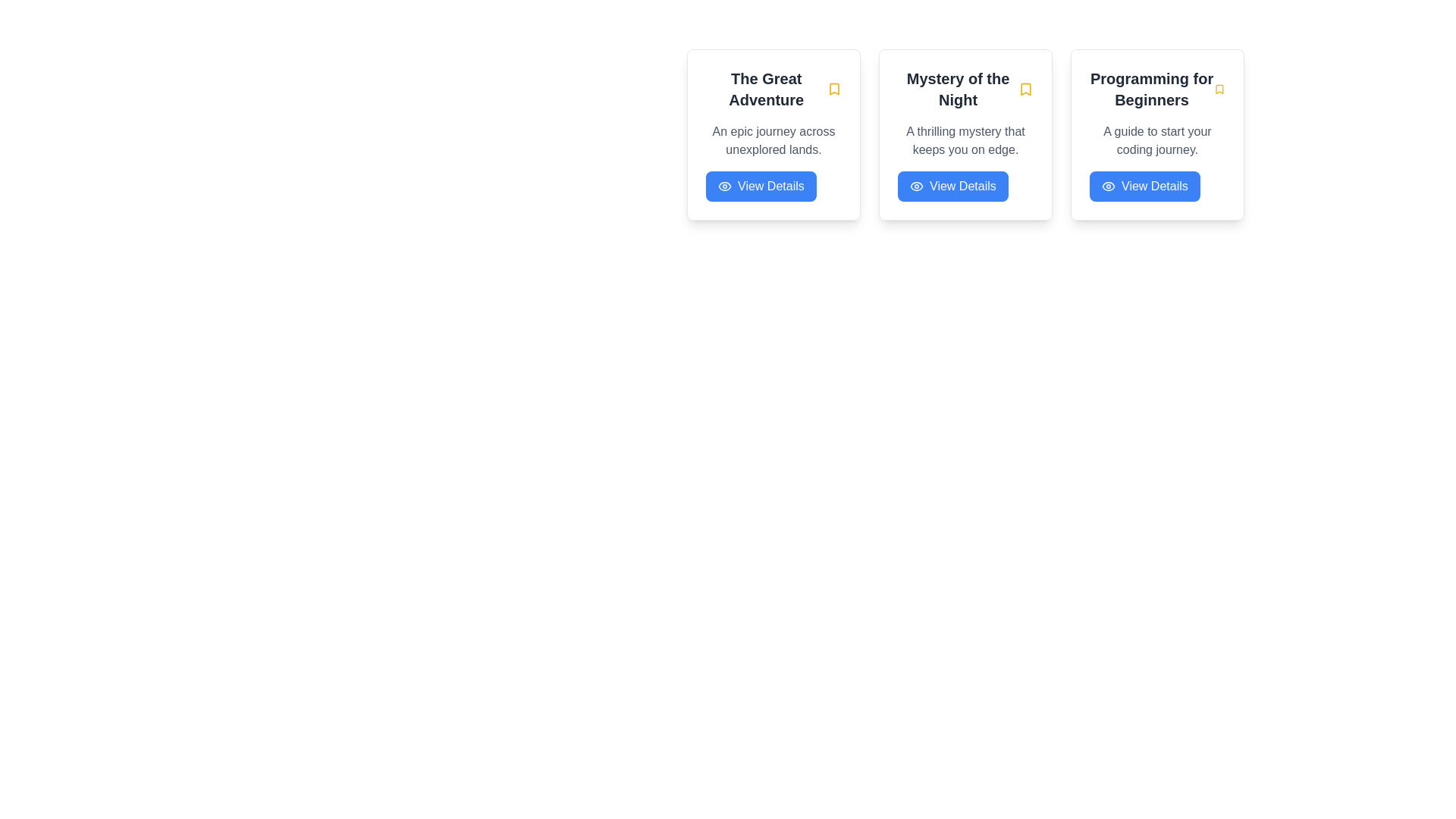 This screenshot has width=1456, height=819. I want to click on the yellow bookmark icon, so click(1026, 89).